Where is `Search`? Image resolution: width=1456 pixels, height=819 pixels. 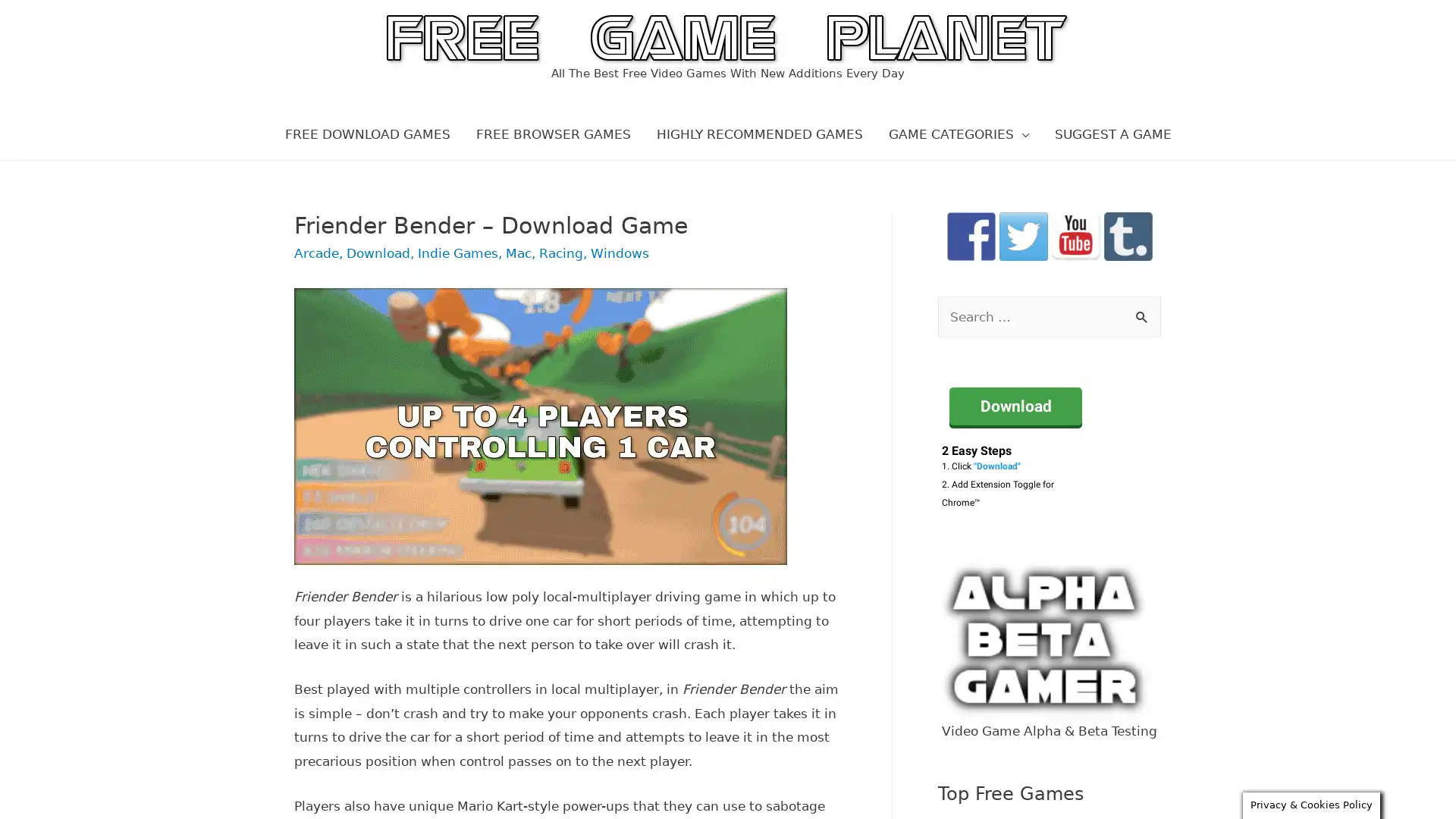 Search is located at coordinates (1143, 317).